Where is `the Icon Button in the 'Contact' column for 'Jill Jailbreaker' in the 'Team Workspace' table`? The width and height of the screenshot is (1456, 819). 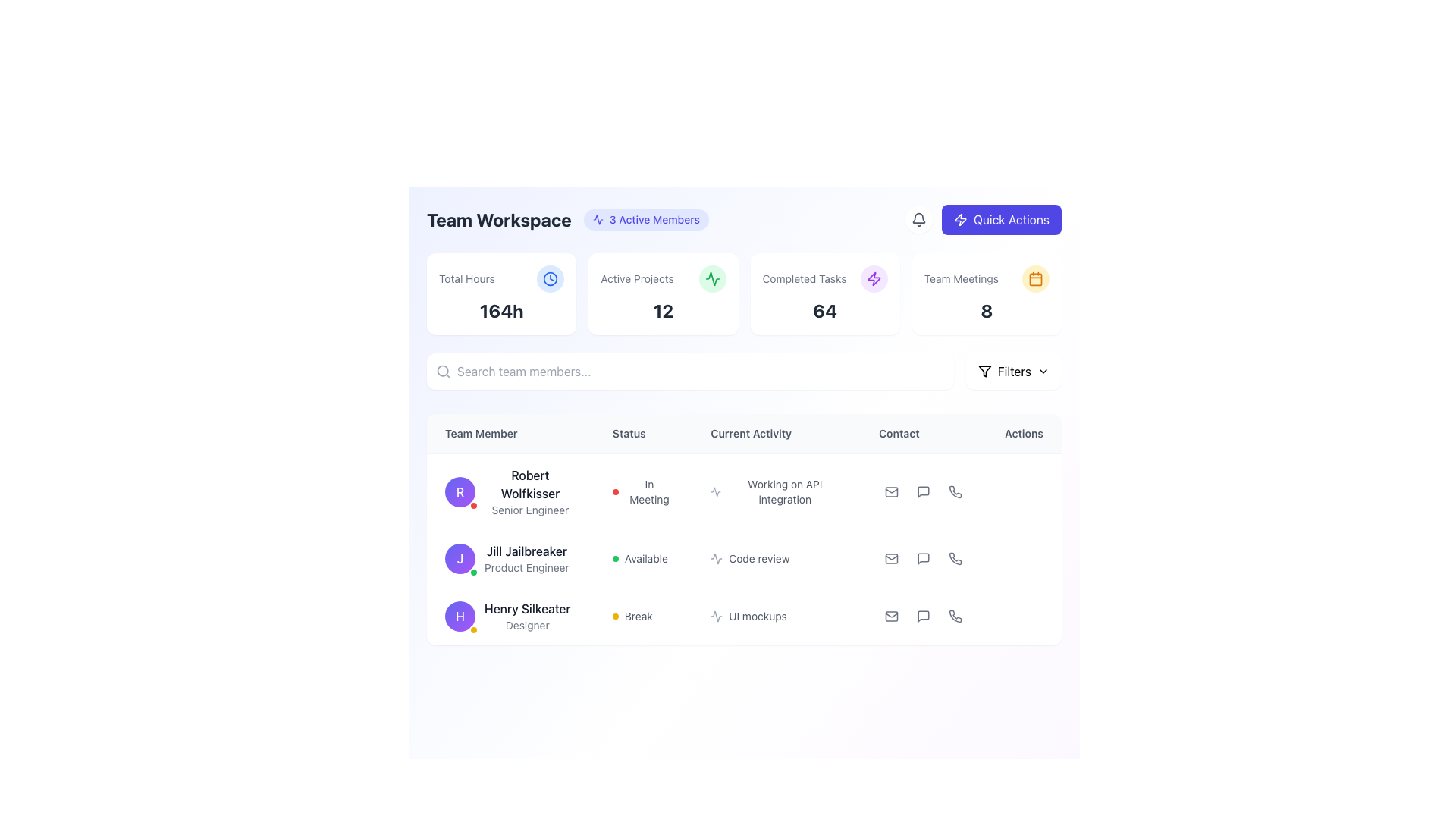
the Icon Button in the 'Contact' column for 'Jill Jailbreaker' in the 'Team Workspace' table is located at coordinates (923, 558).